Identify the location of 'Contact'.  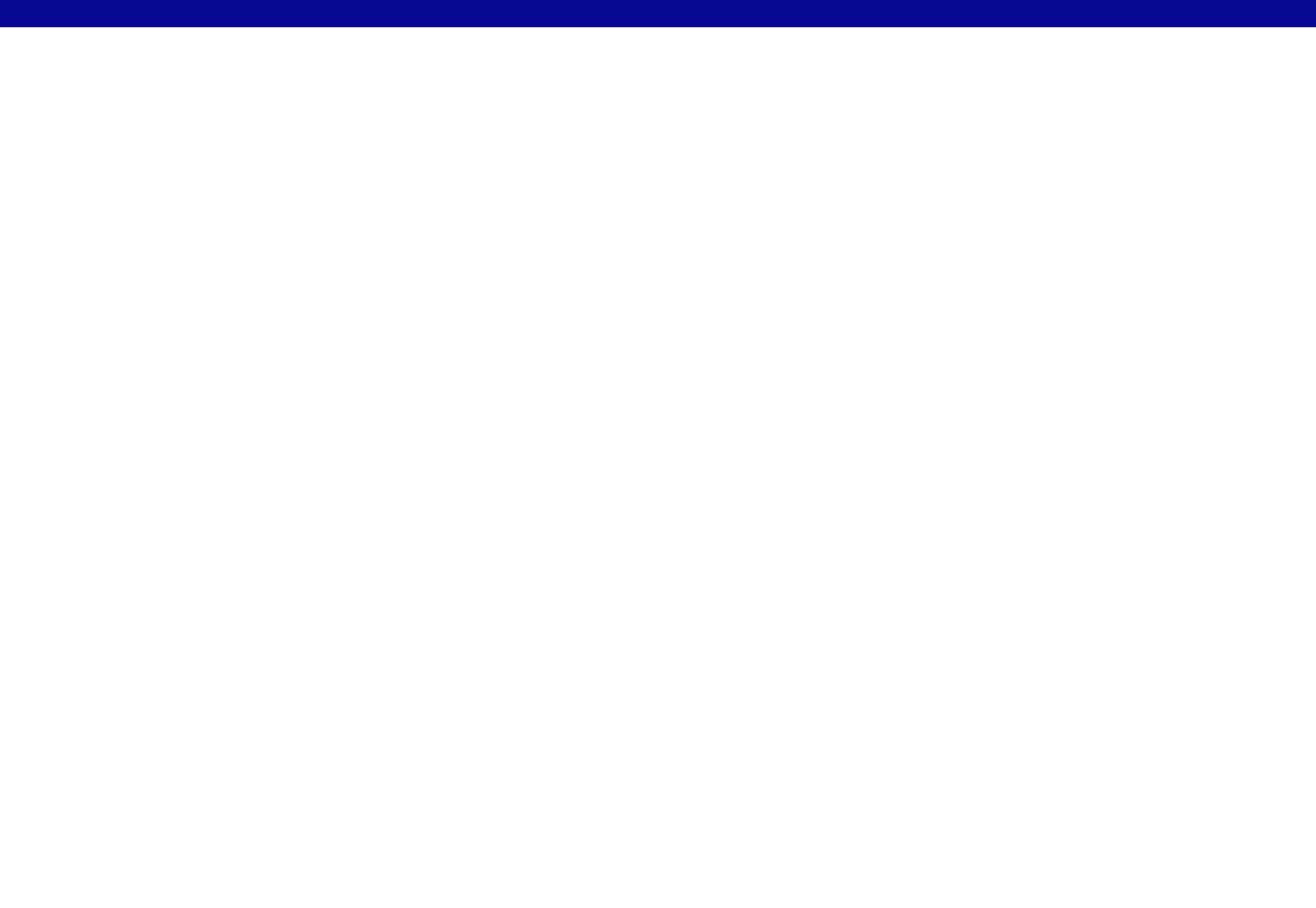
(474, 22).